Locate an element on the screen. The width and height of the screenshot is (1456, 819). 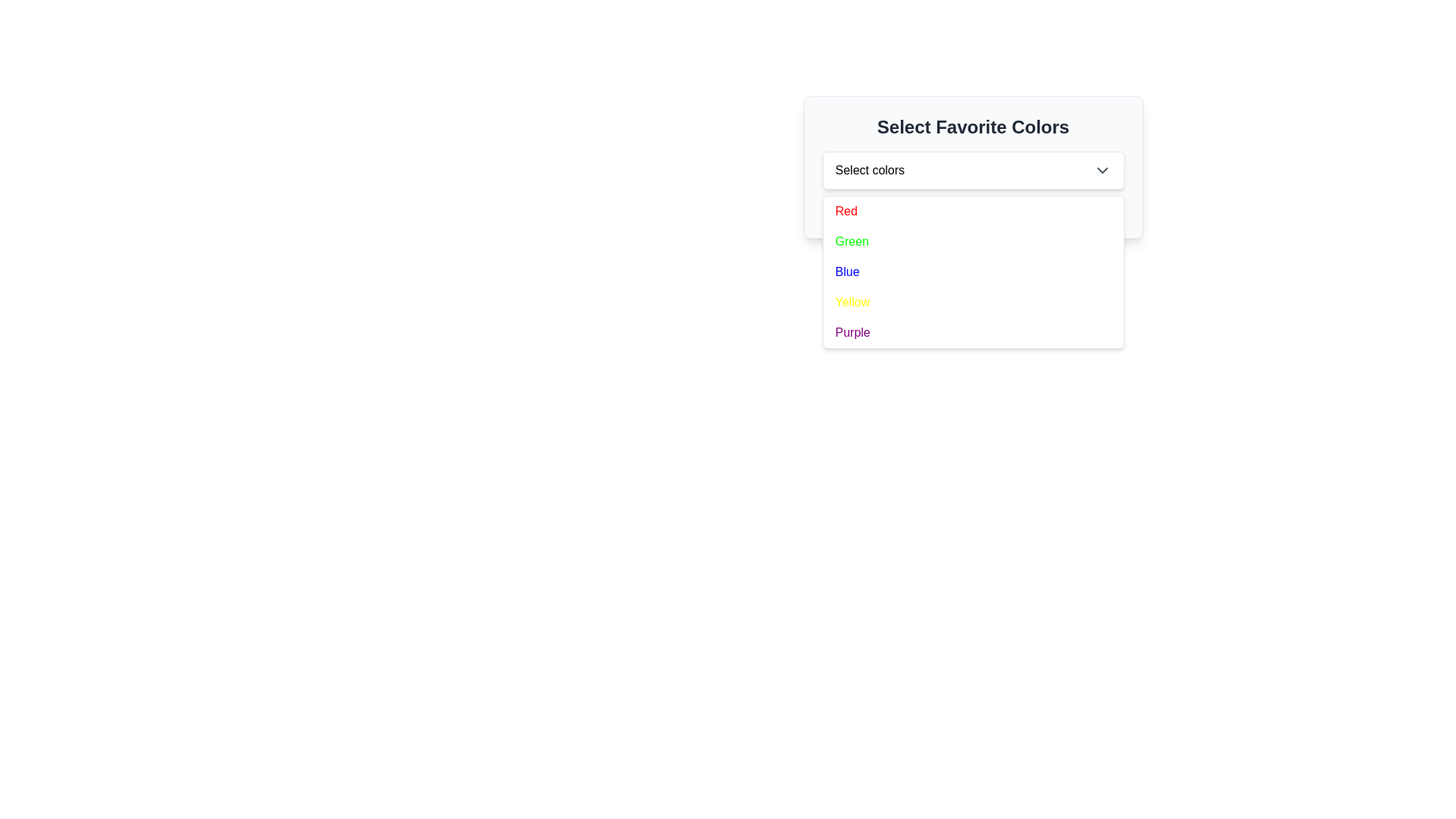
to select the 'Yellow' option in the dropdown menu, which is styled in bright yellow and is the fourth item in the list under 'Select Favorite Colors.' is located at coordinates (852, 302).